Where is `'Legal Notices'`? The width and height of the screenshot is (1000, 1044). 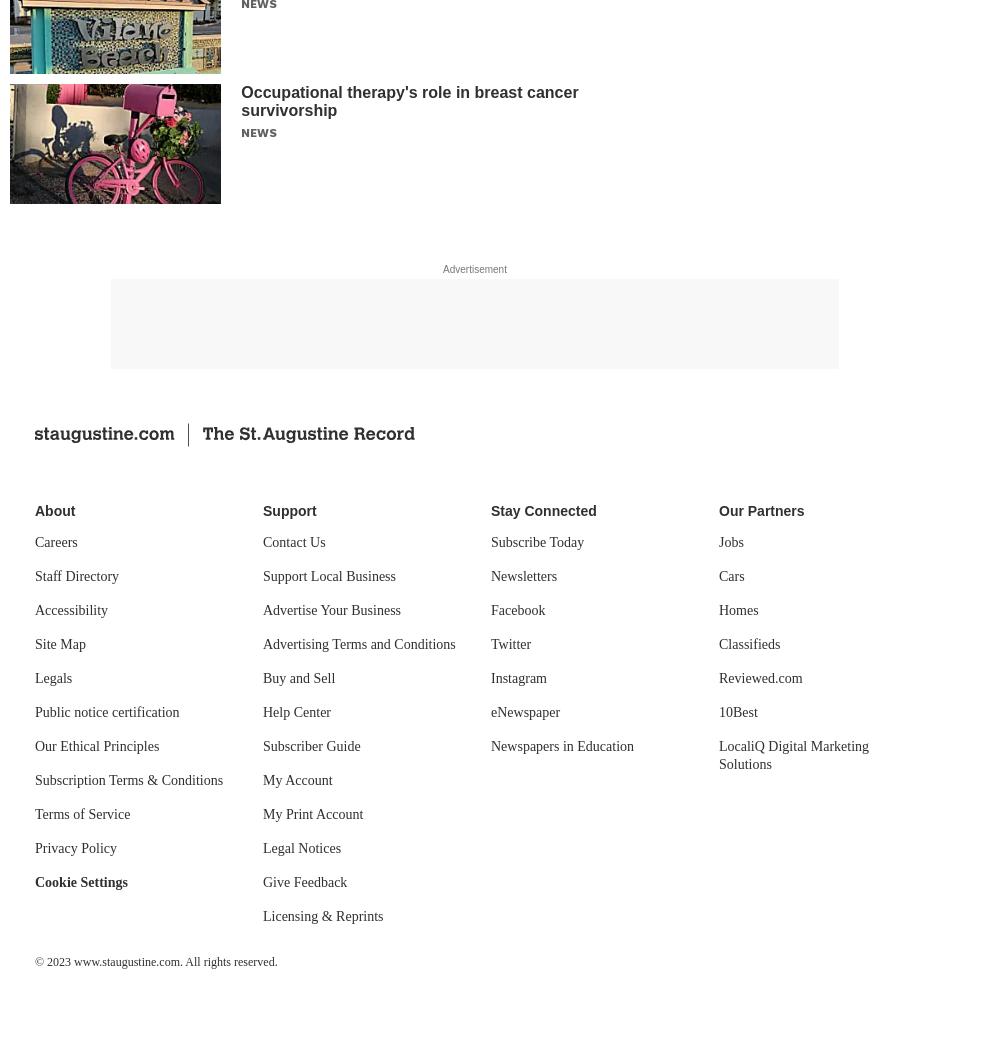
'Legal Notices' is located at coordinates (302, 847).